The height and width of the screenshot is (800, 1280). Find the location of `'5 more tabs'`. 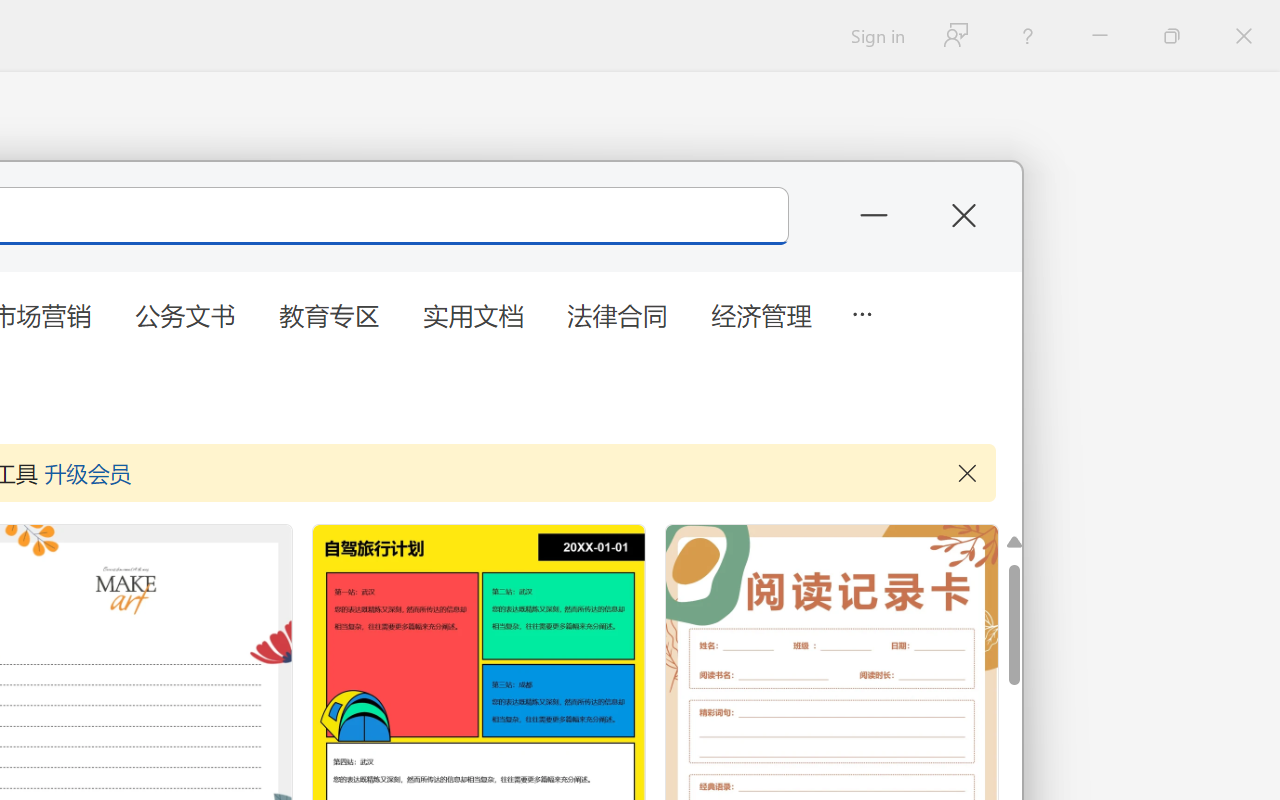

'5 more tabs' is located at coordinates (861, 311).